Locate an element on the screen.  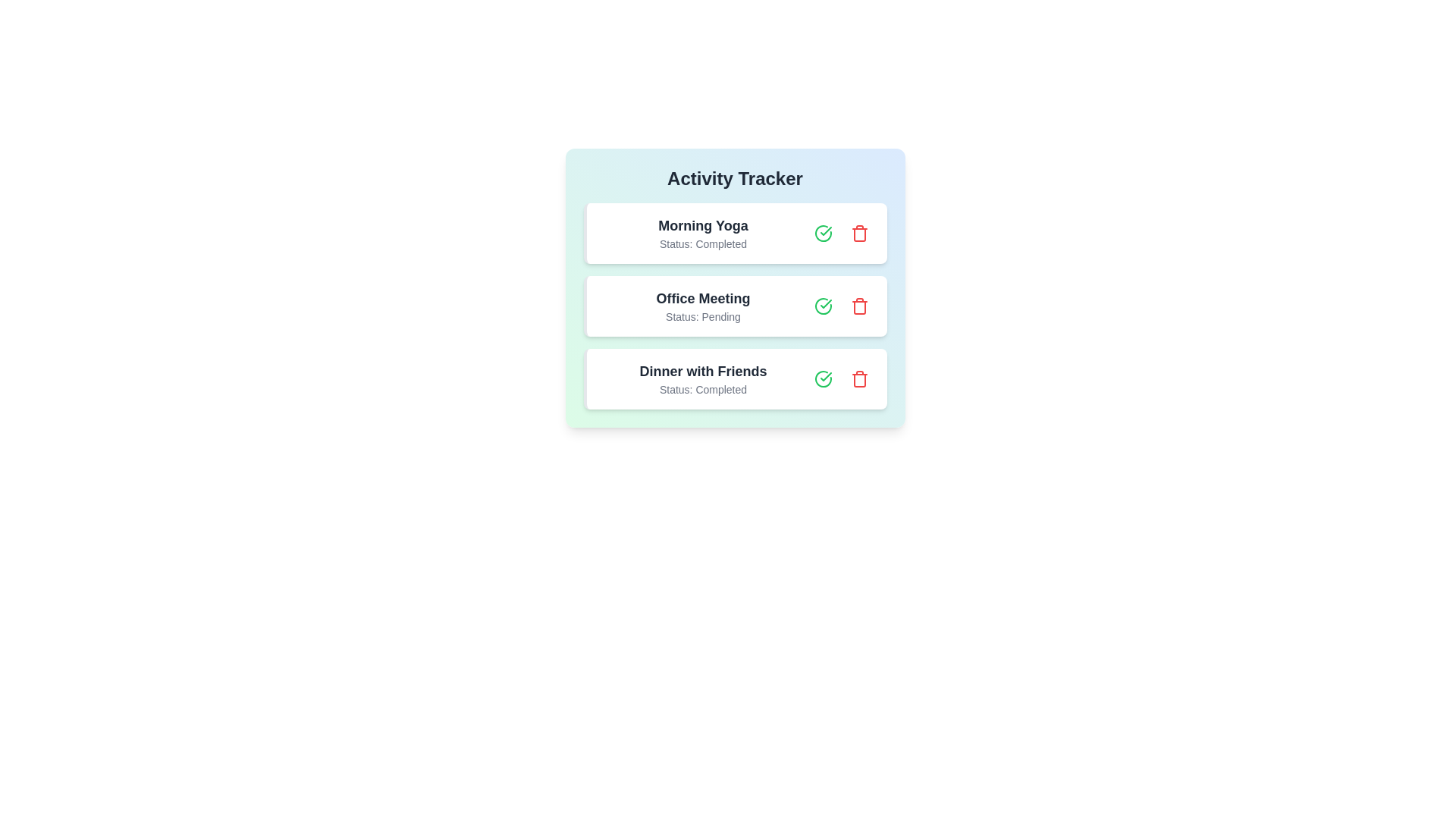
trash can button to remove the activity Dinner with Friends is located at coordinates (859, 378).